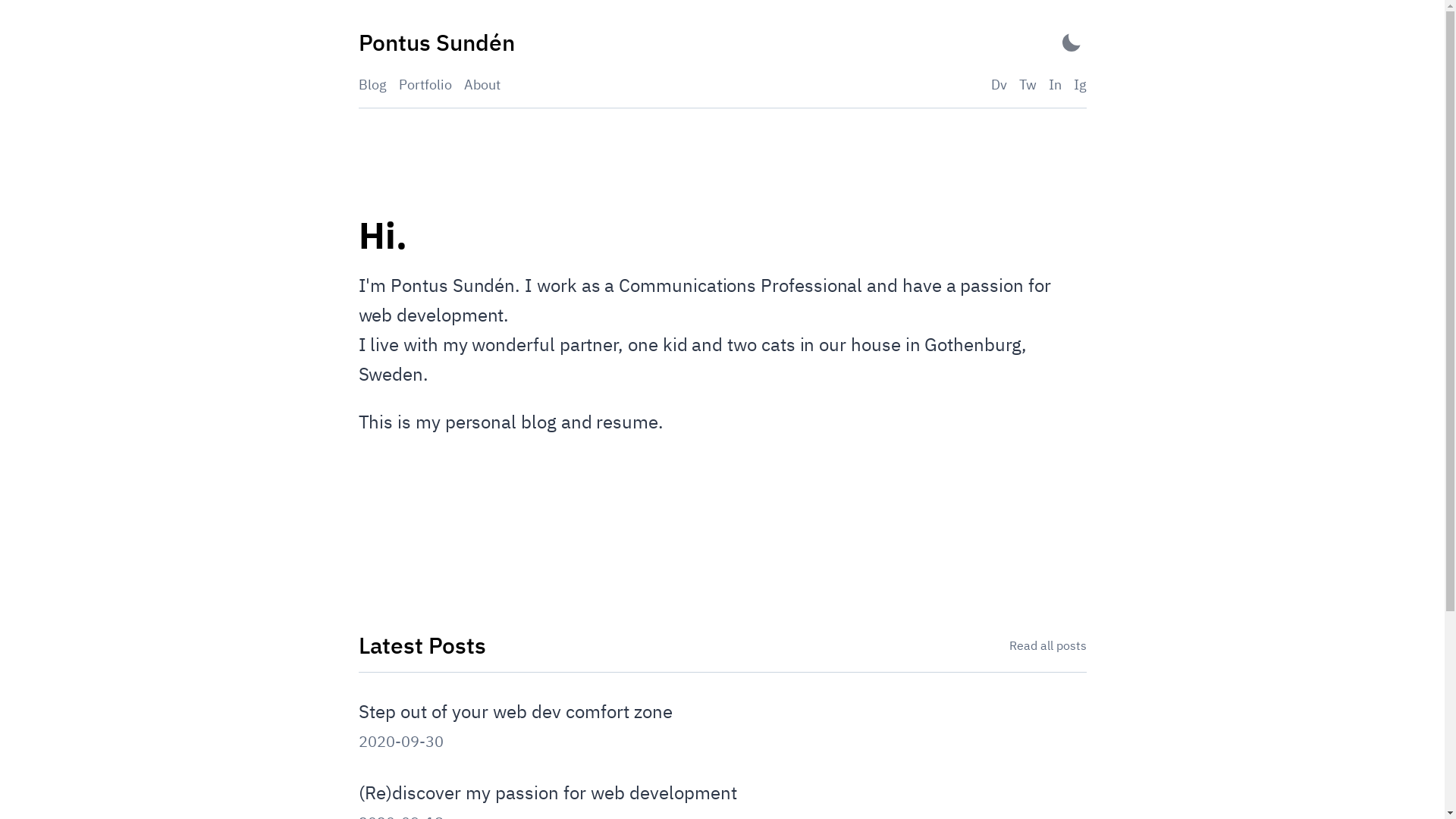  I want to click on 'Step out of your web dev comfort zone', so click(514, 711).